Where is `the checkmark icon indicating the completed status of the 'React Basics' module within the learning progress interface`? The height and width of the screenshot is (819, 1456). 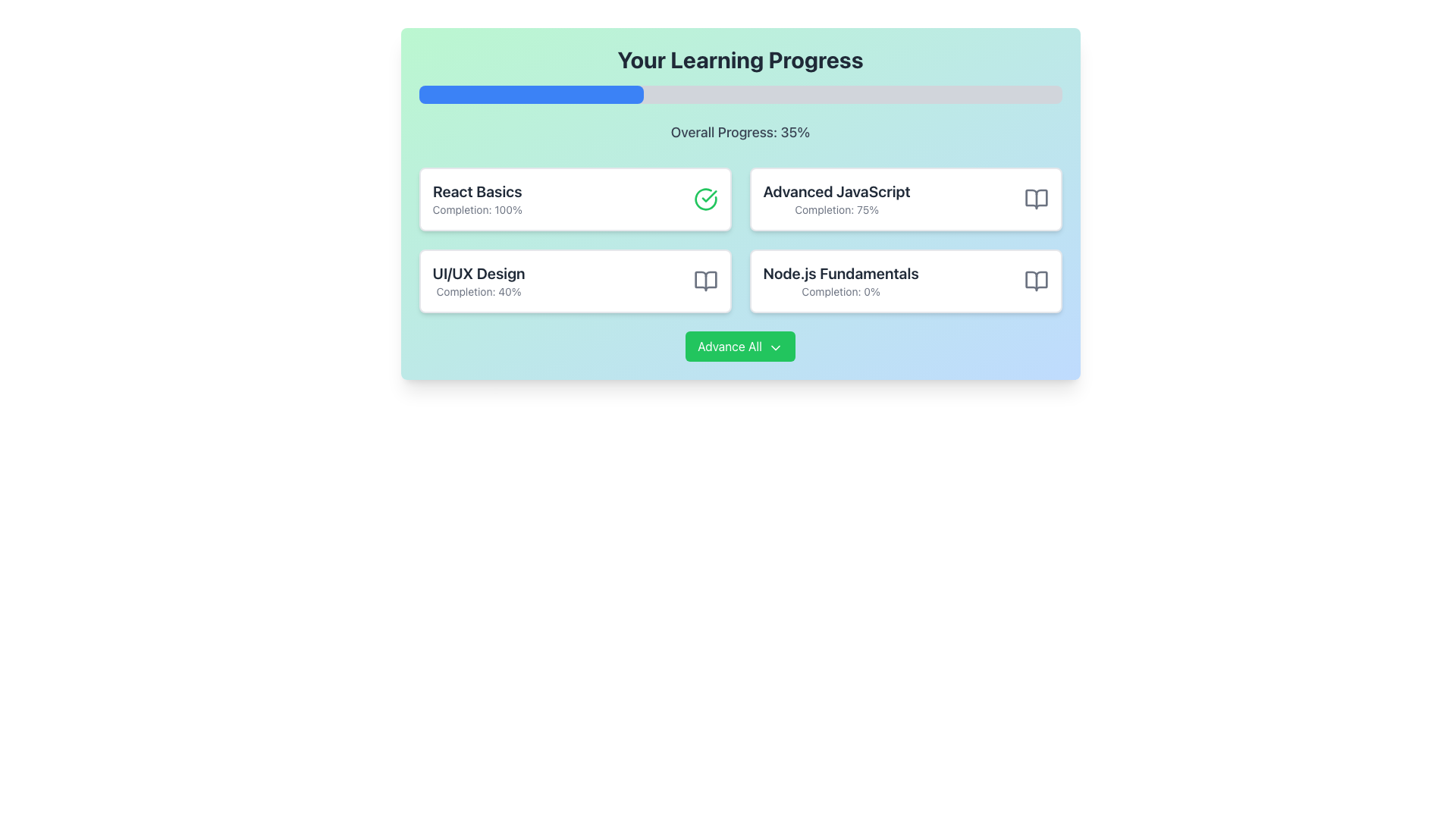 the checkmark icon indicating the completed status of the 'React Basics' module within the learning progress interface is located at coordinates (708, 195).